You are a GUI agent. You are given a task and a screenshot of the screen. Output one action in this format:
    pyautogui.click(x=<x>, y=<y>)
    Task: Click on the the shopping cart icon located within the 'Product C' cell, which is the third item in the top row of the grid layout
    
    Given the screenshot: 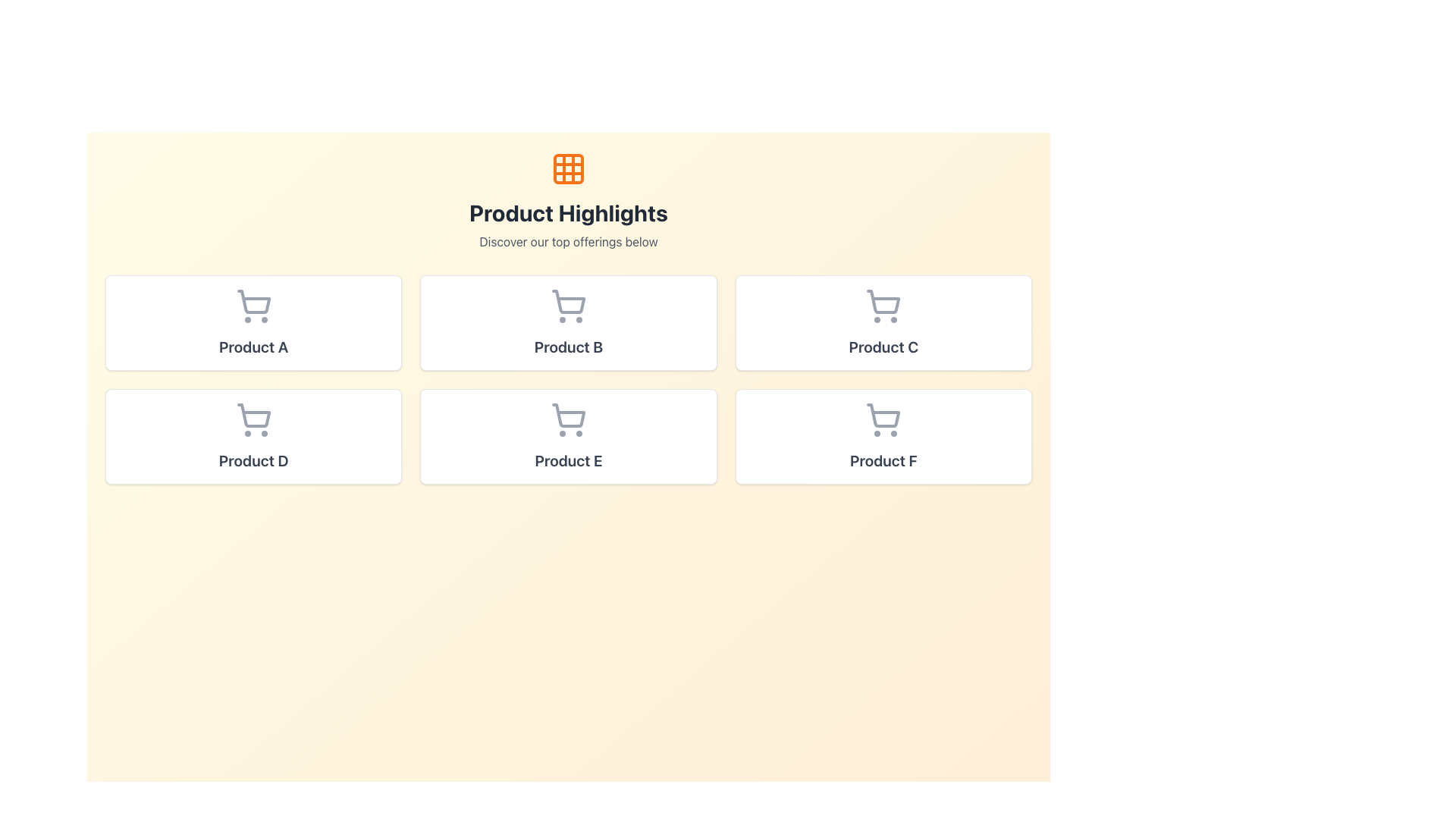 What is the action you would take?
    pyautogui.click(x=883, y=302)
    